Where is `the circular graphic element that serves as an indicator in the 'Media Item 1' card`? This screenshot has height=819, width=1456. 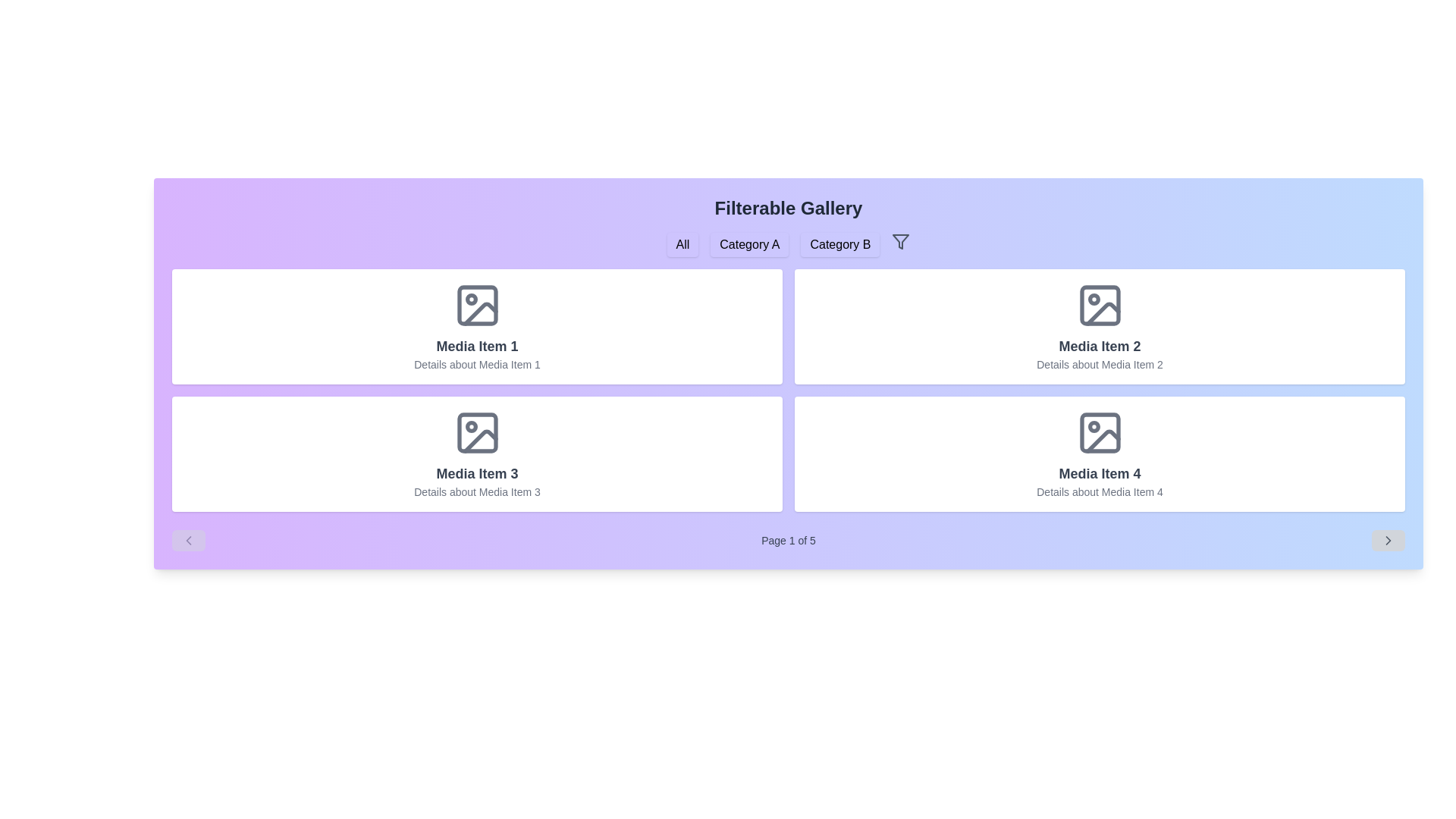
the circular graphic element that serves as an indicator in the 'Media Item 1' card is located at coordinates (470, 299).